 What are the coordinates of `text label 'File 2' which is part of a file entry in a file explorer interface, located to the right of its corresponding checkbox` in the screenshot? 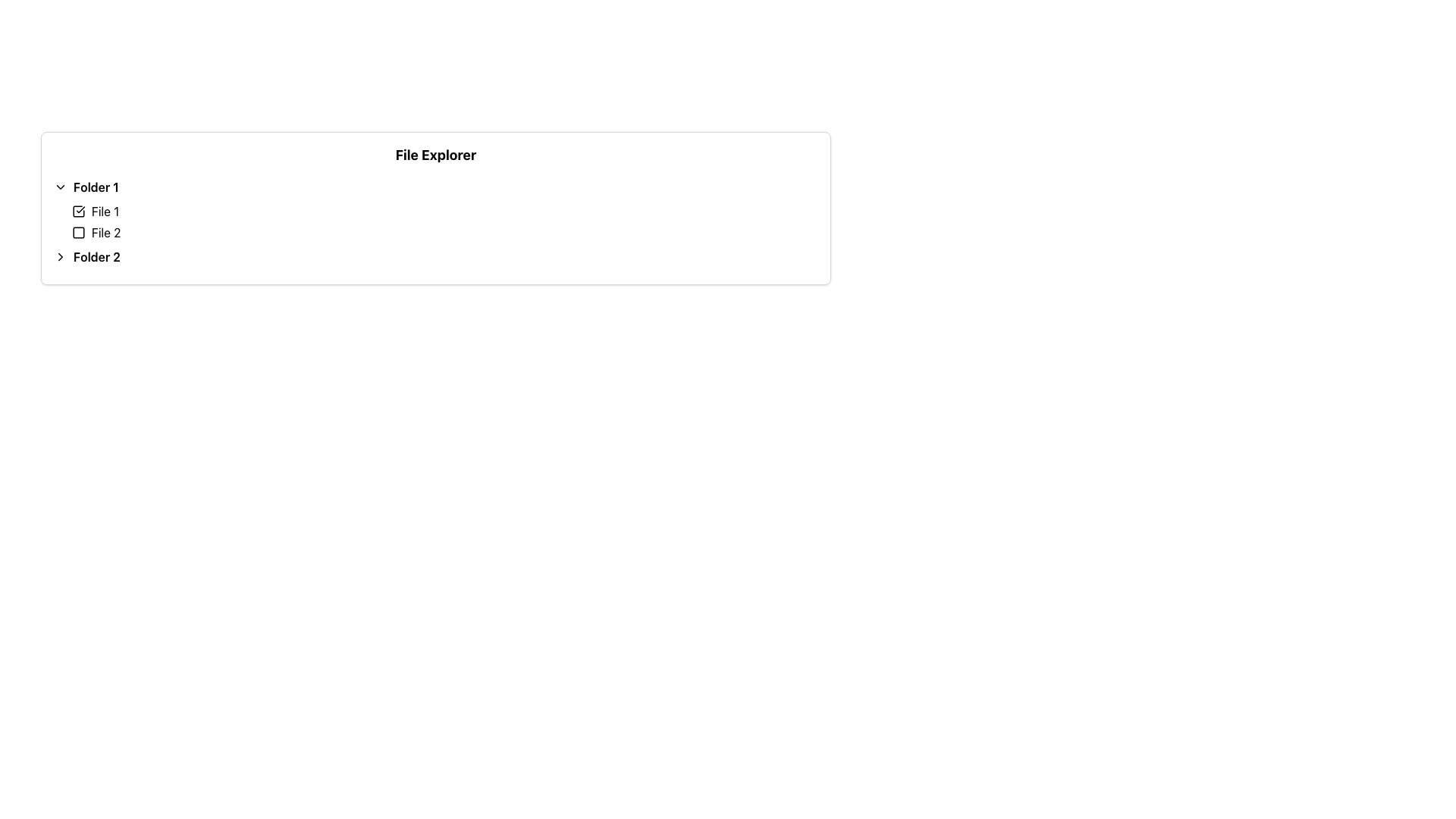 It's located at (105, 233).